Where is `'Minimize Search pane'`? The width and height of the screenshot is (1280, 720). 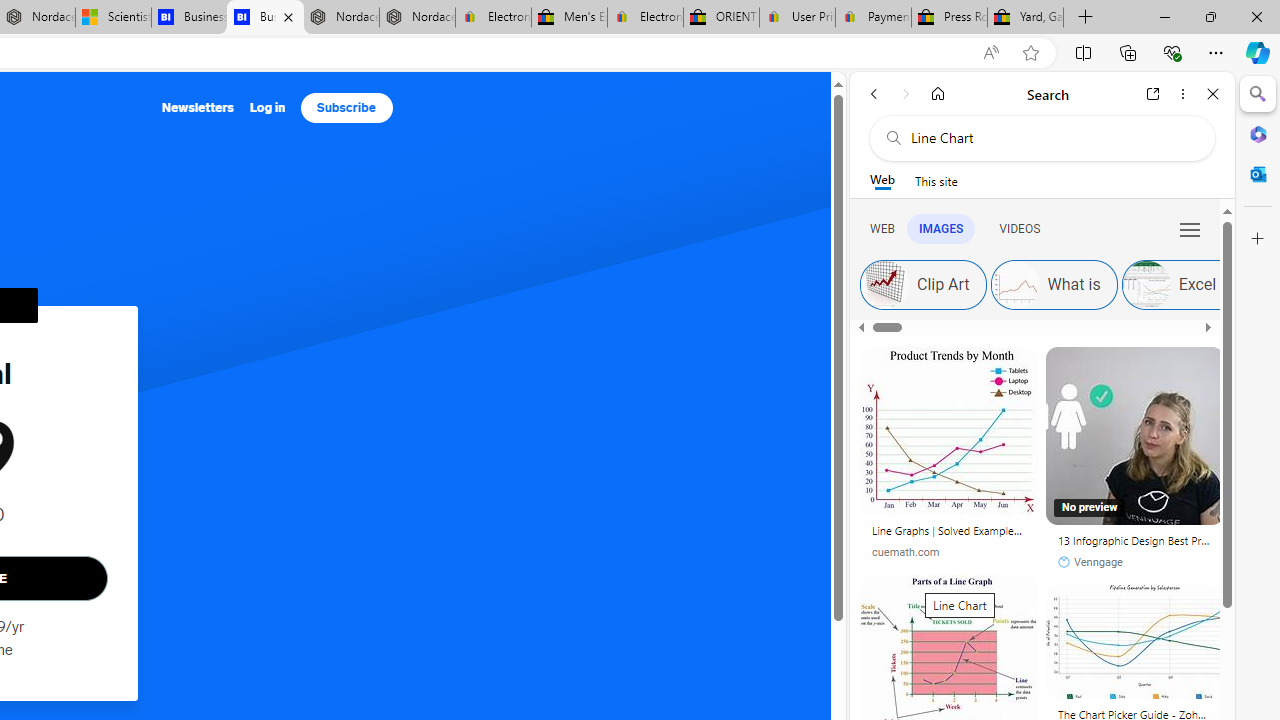 'Minimize Search pane' is located at coordinates (1257, 94).